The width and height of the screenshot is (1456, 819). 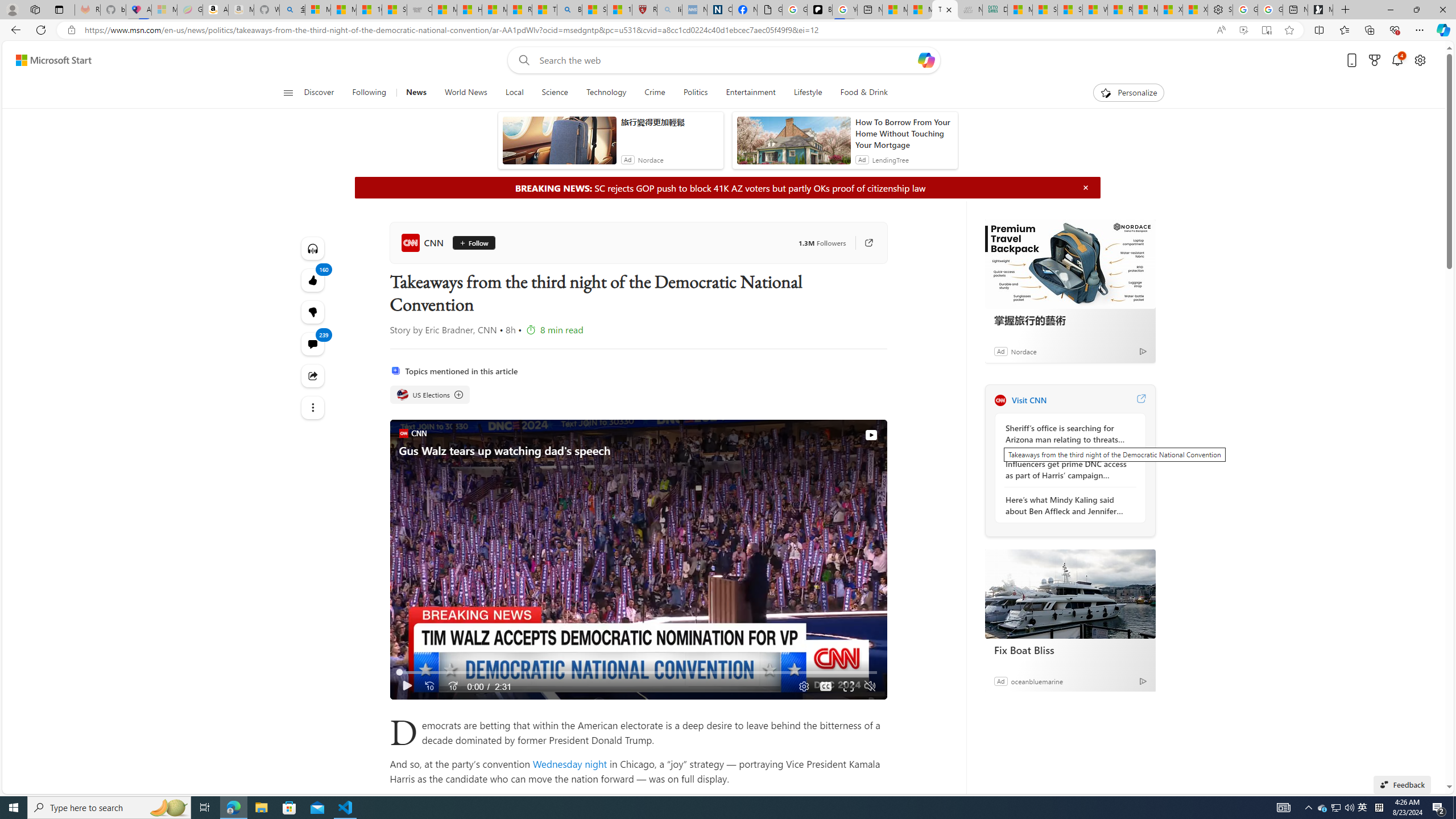 I want to click on 'Lifestyle', so click(x=807, y=92).